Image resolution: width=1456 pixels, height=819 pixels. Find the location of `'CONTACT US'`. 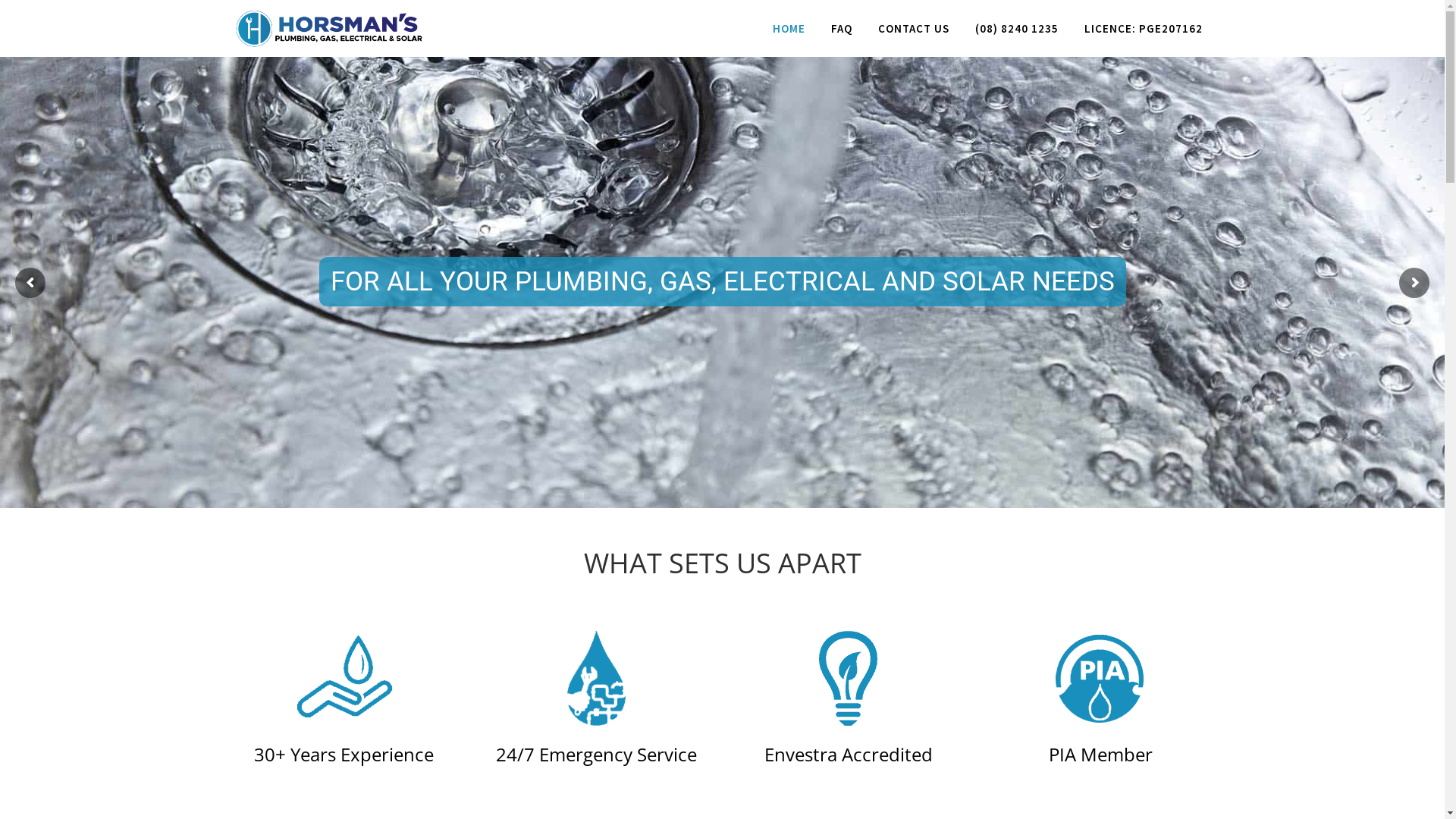

'CONTACT US' is located at coordinates (864, 28).